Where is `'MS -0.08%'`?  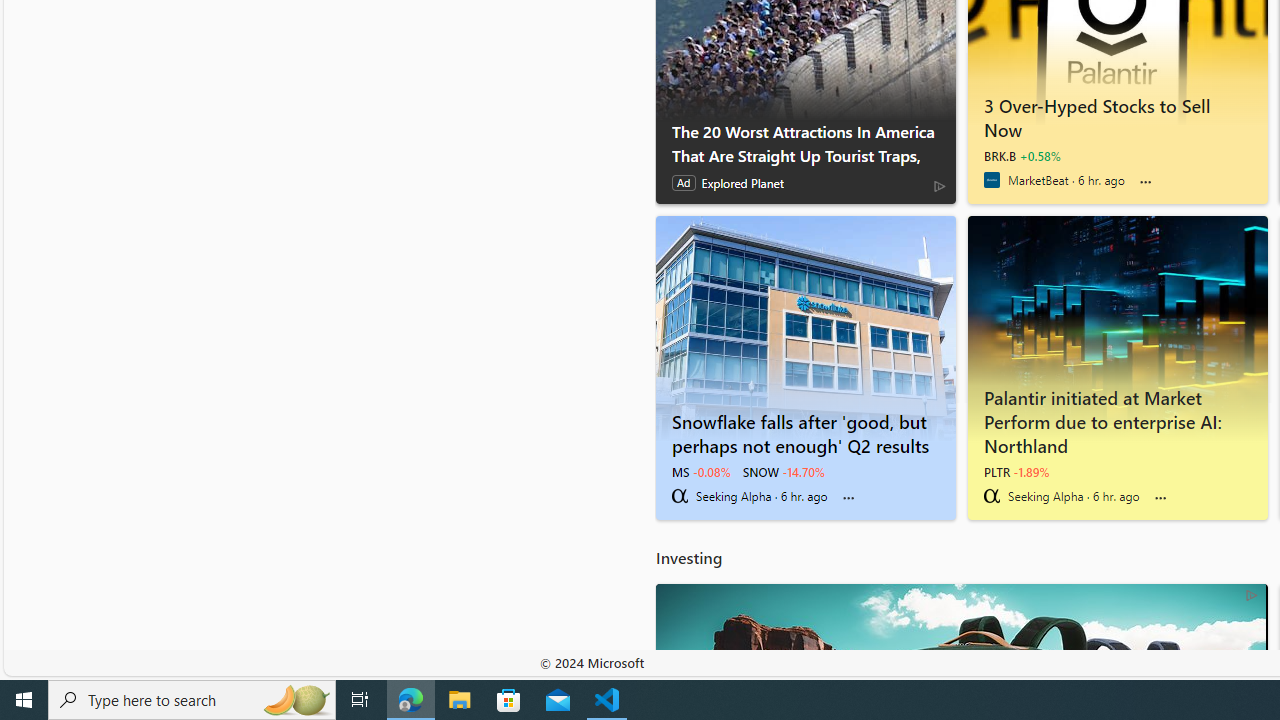 'MS -0.08%' is located at coordinates (700, 471).